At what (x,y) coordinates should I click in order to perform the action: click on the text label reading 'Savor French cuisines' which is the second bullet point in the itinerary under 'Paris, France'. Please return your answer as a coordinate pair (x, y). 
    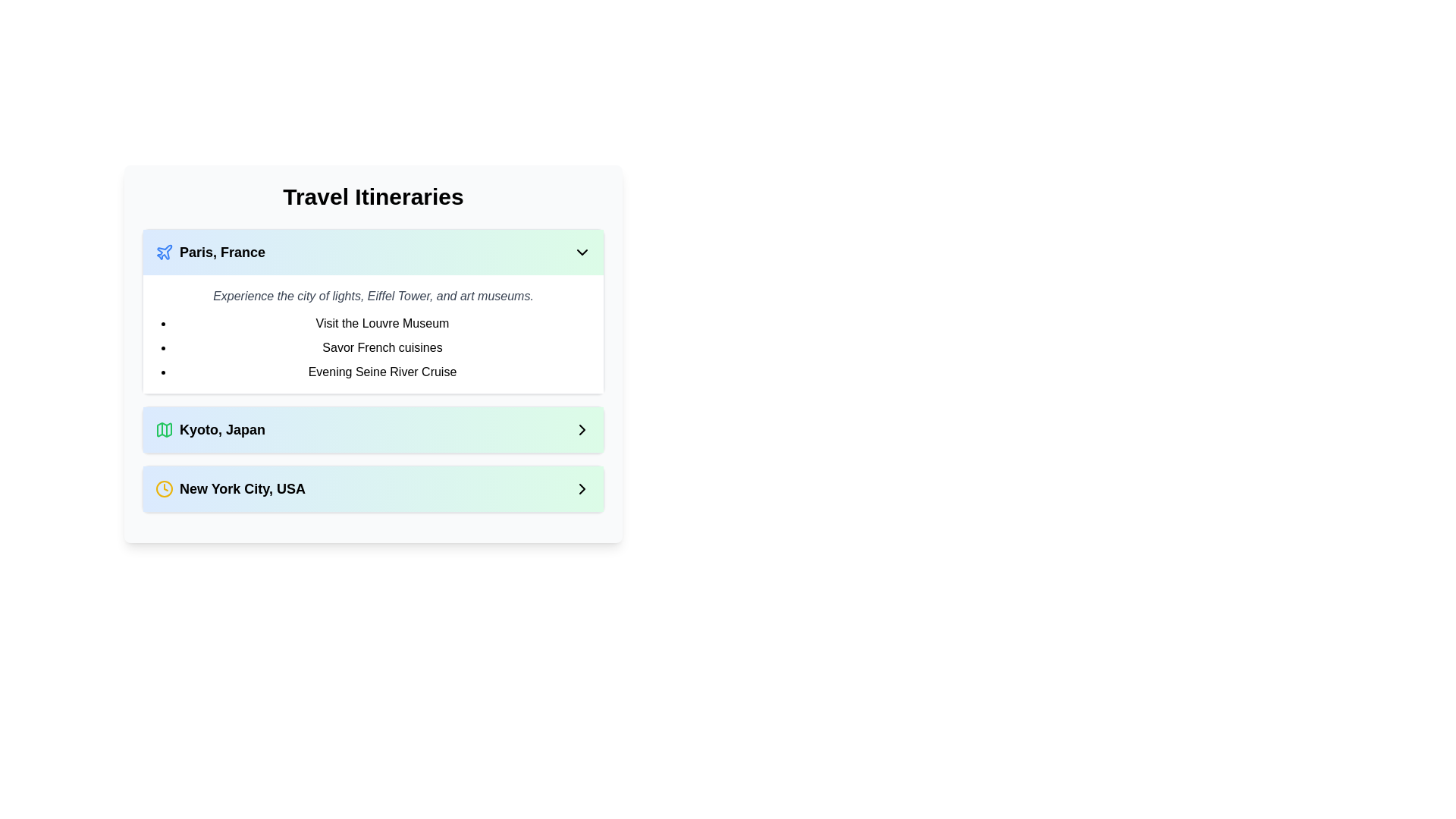
    Looking at the image, I should click on (382, 348).